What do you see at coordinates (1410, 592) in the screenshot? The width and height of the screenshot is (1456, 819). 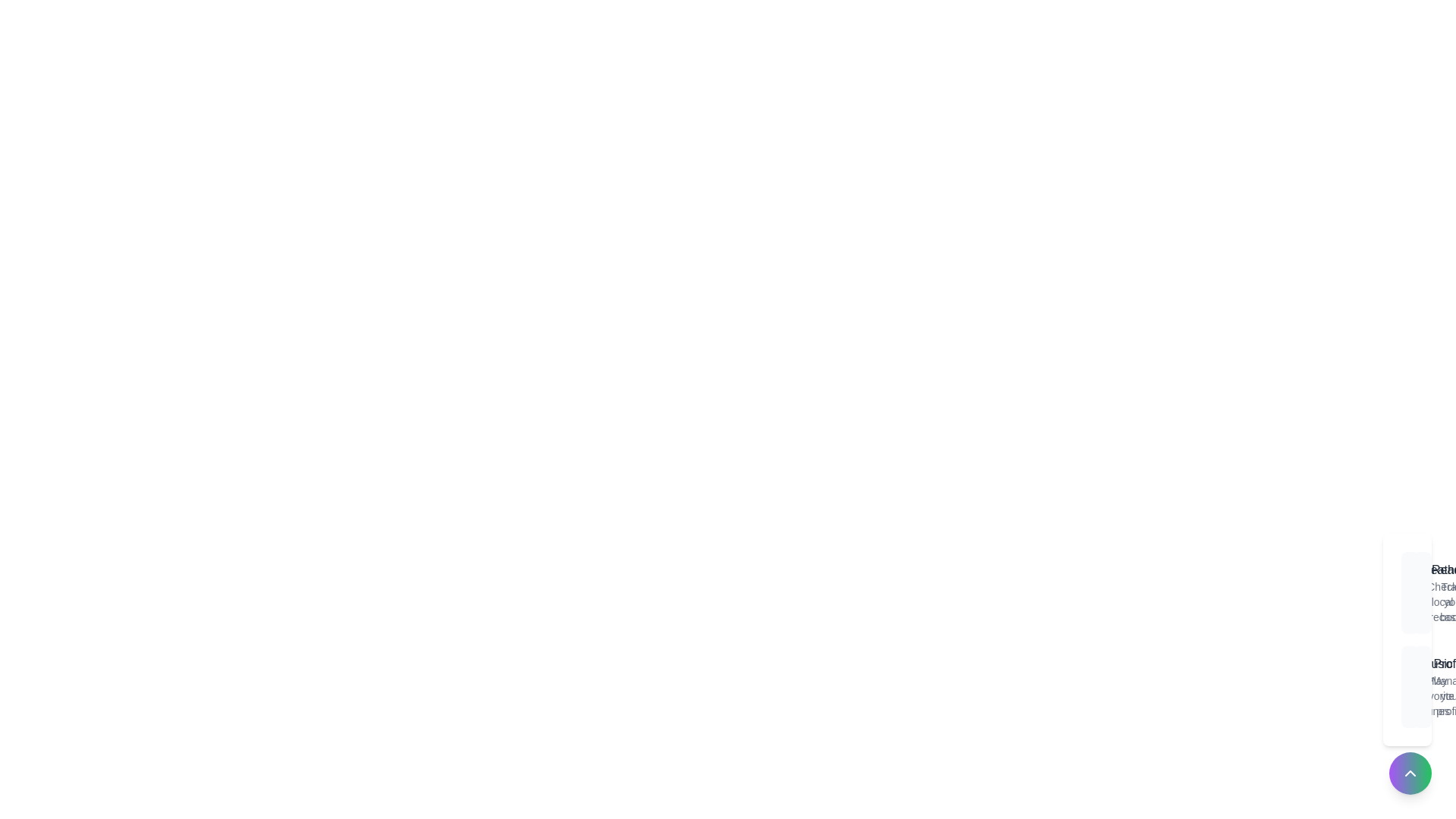 I see `the element labeled Weather to observe its hover effect` at bounding box center [1410, 592].